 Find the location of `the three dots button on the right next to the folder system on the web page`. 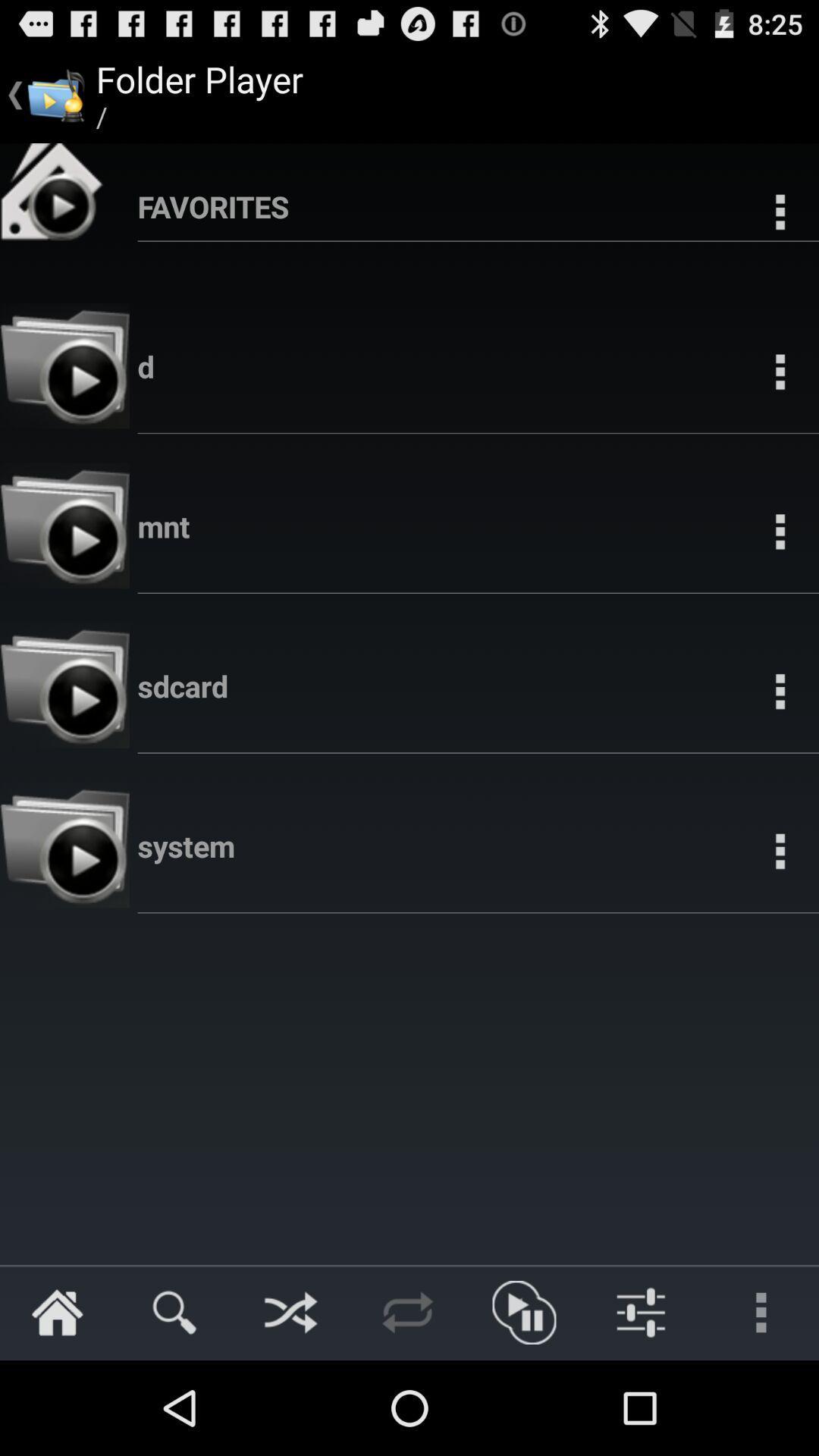

the three dots button on the right next to the folder system on the web page is located at coordinates (780, 850).